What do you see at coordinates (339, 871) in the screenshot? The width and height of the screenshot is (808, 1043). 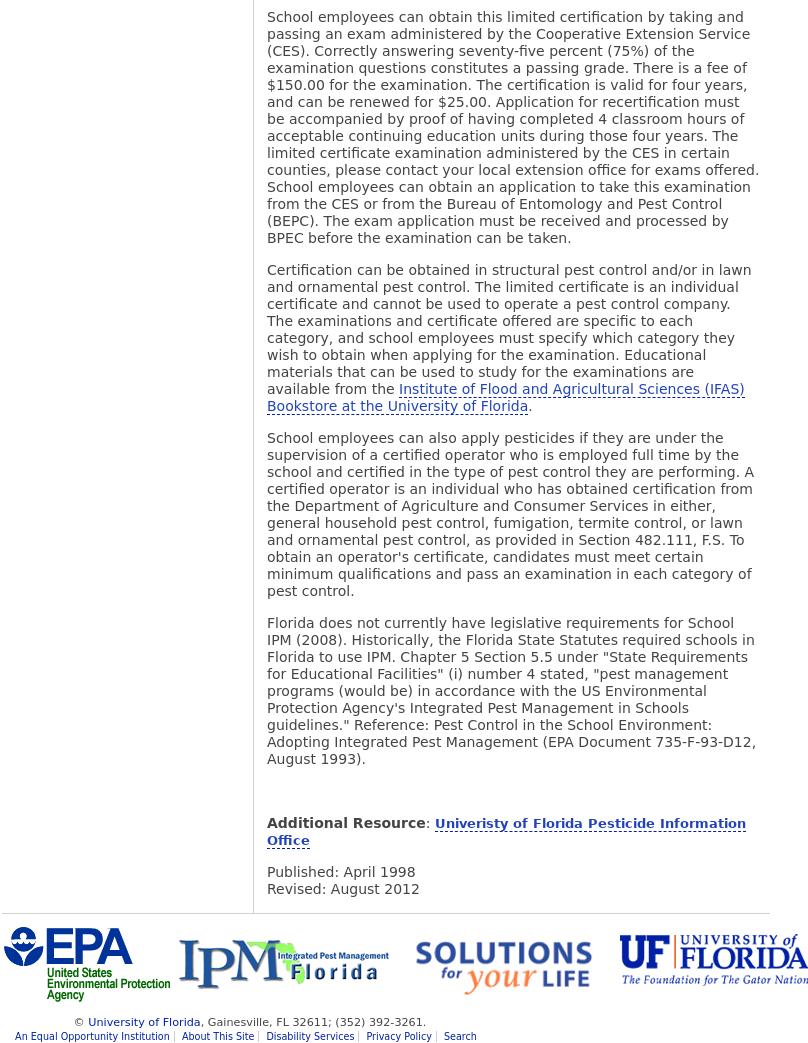 I see `'Published: April 1998'` at bounding box center [339, 871].